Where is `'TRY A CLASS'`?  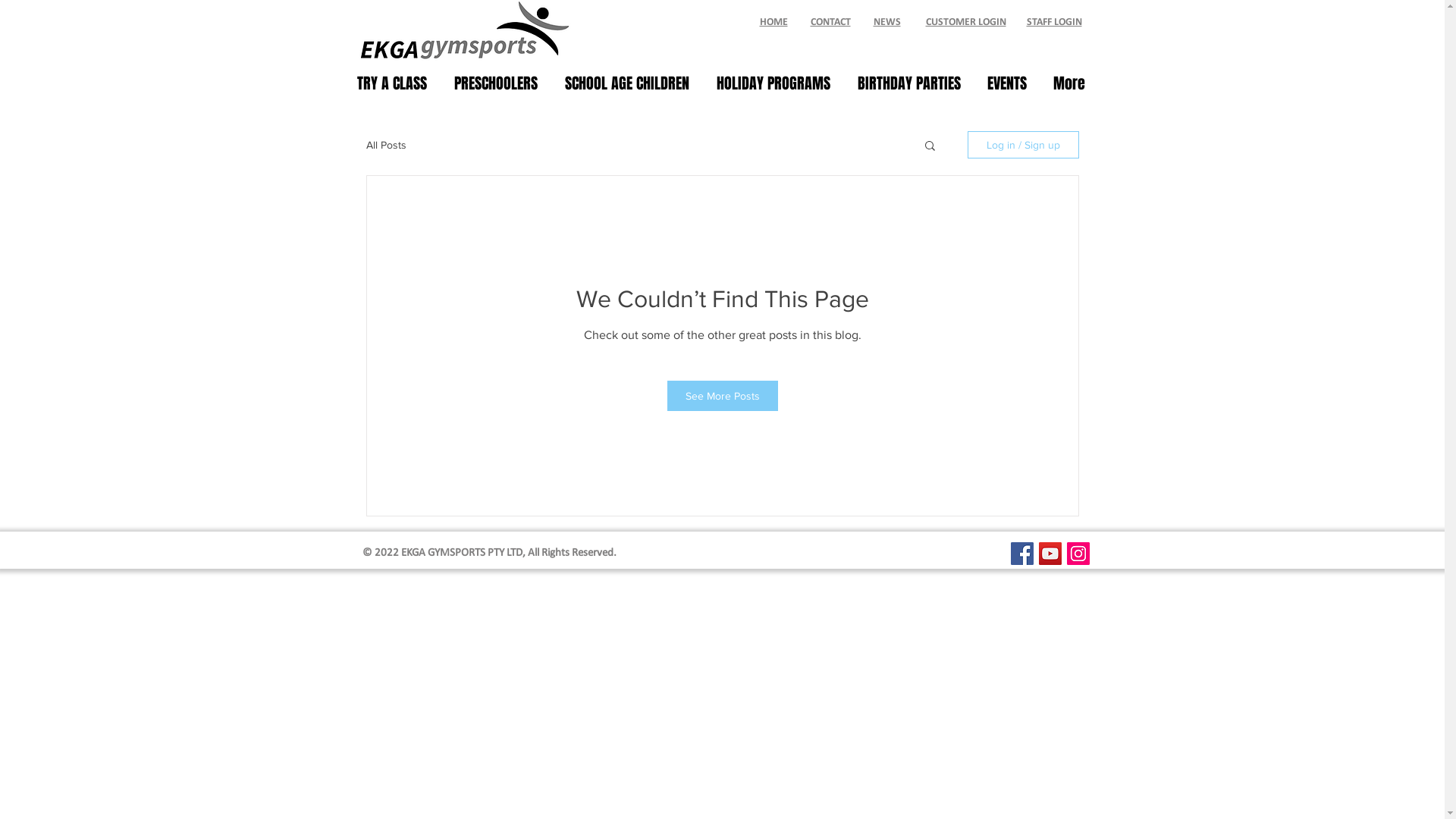
'TRY A CLASS' is located at coordinates (394, 83).